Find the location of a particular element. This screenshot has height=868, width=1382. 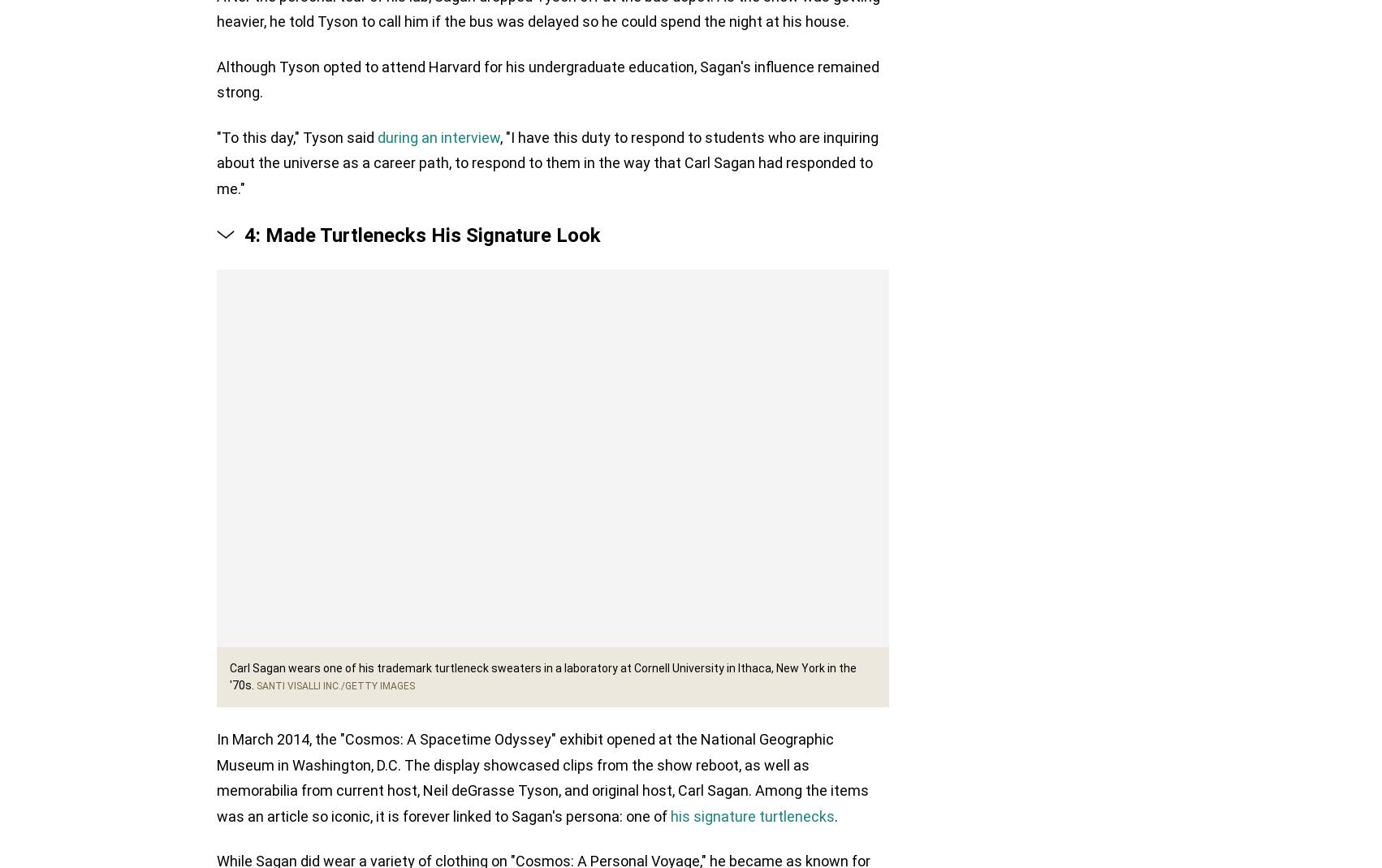

'.' is located at coordinates (834, 818).